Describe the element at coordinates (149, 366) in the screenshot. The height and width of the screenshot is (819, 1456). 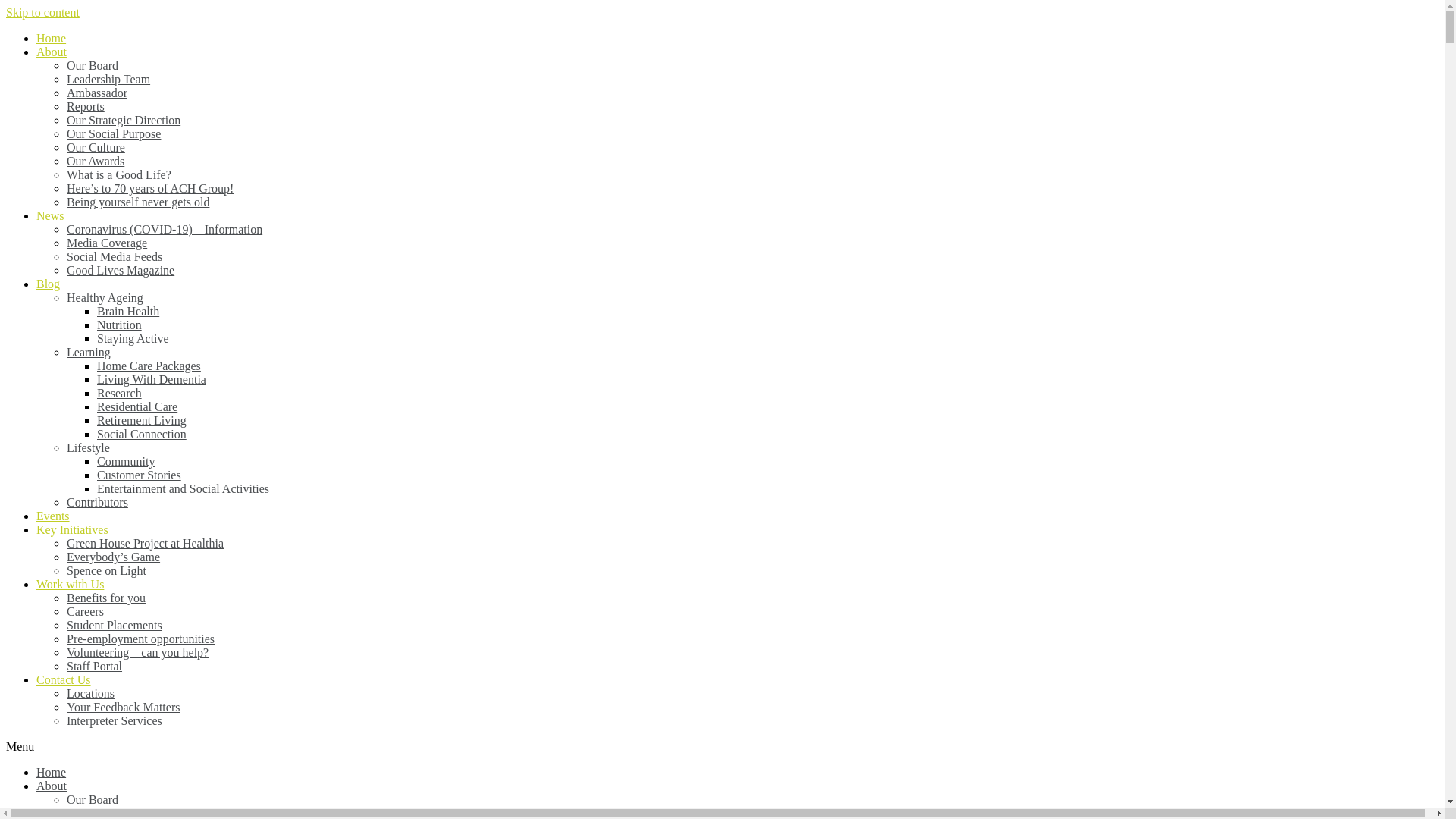
I see `'Home Care Packages'` at that location.